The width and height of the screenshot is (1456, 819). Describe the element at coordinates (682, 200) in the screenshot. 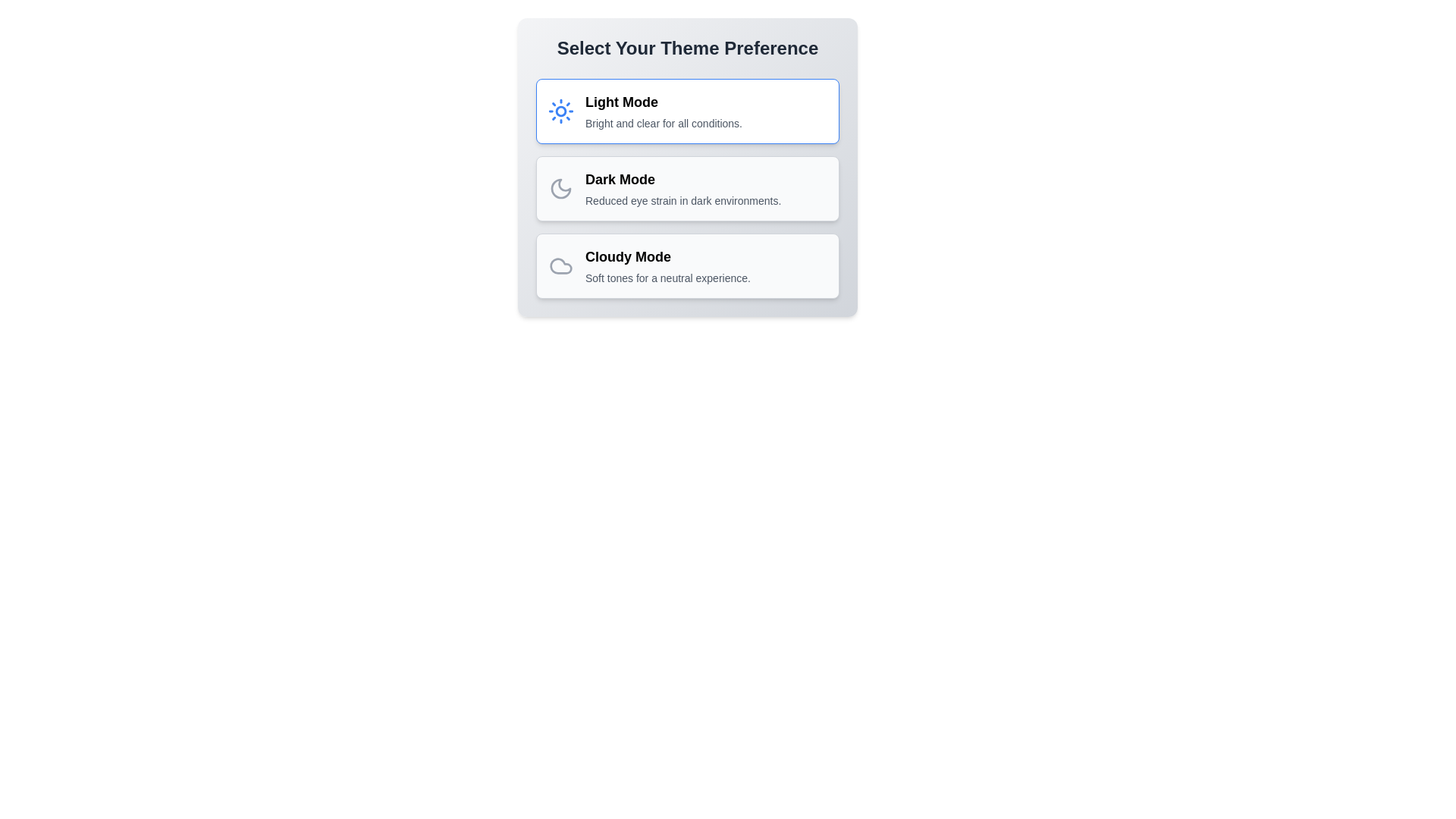

I see `static text label that says 'Reduced eye strain in dark environments.' located below the heading 'Dark Mode' in the theme preference panel` at that location.